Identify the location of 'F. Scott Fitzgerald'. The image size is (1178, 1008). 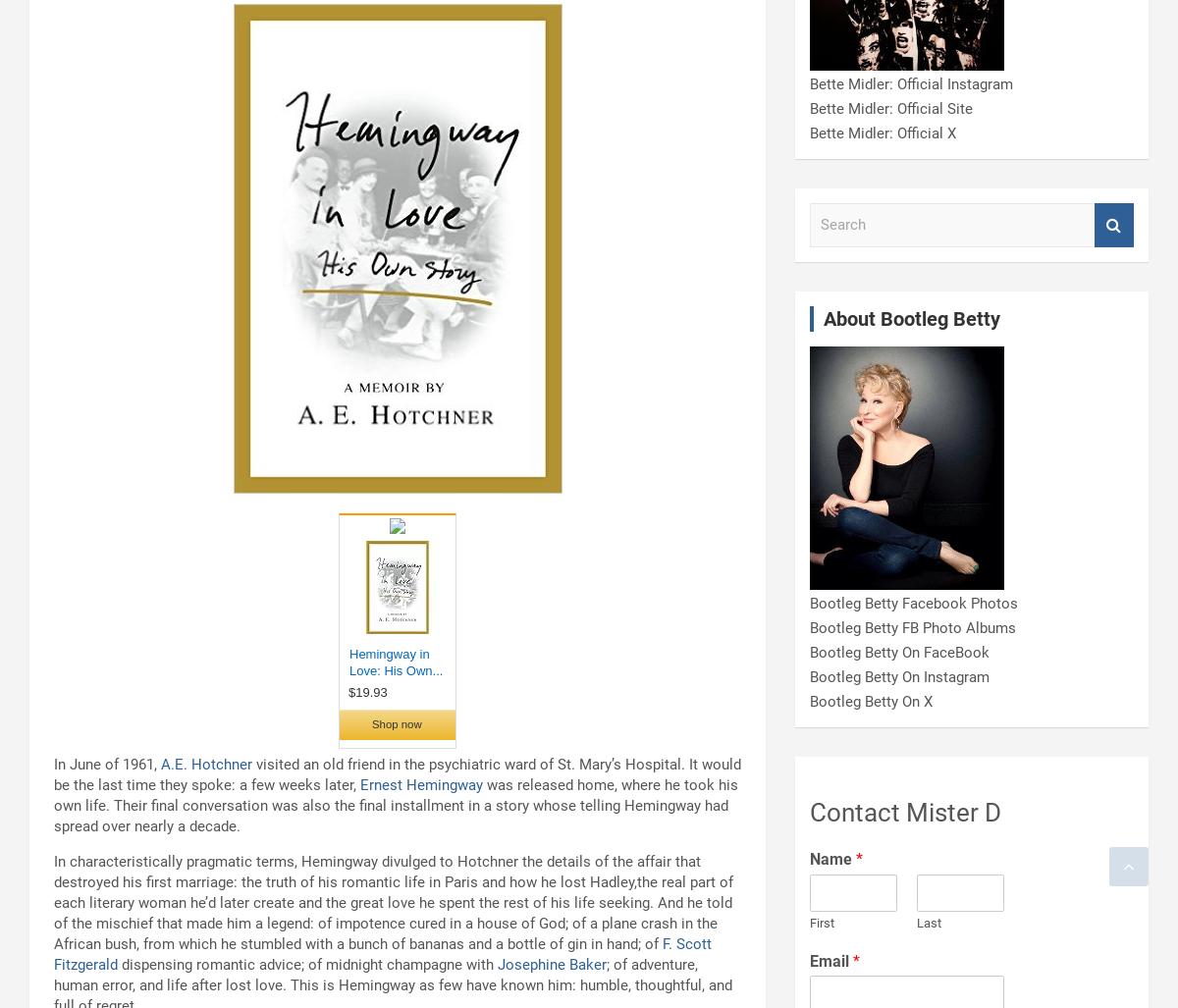
(383, 953).